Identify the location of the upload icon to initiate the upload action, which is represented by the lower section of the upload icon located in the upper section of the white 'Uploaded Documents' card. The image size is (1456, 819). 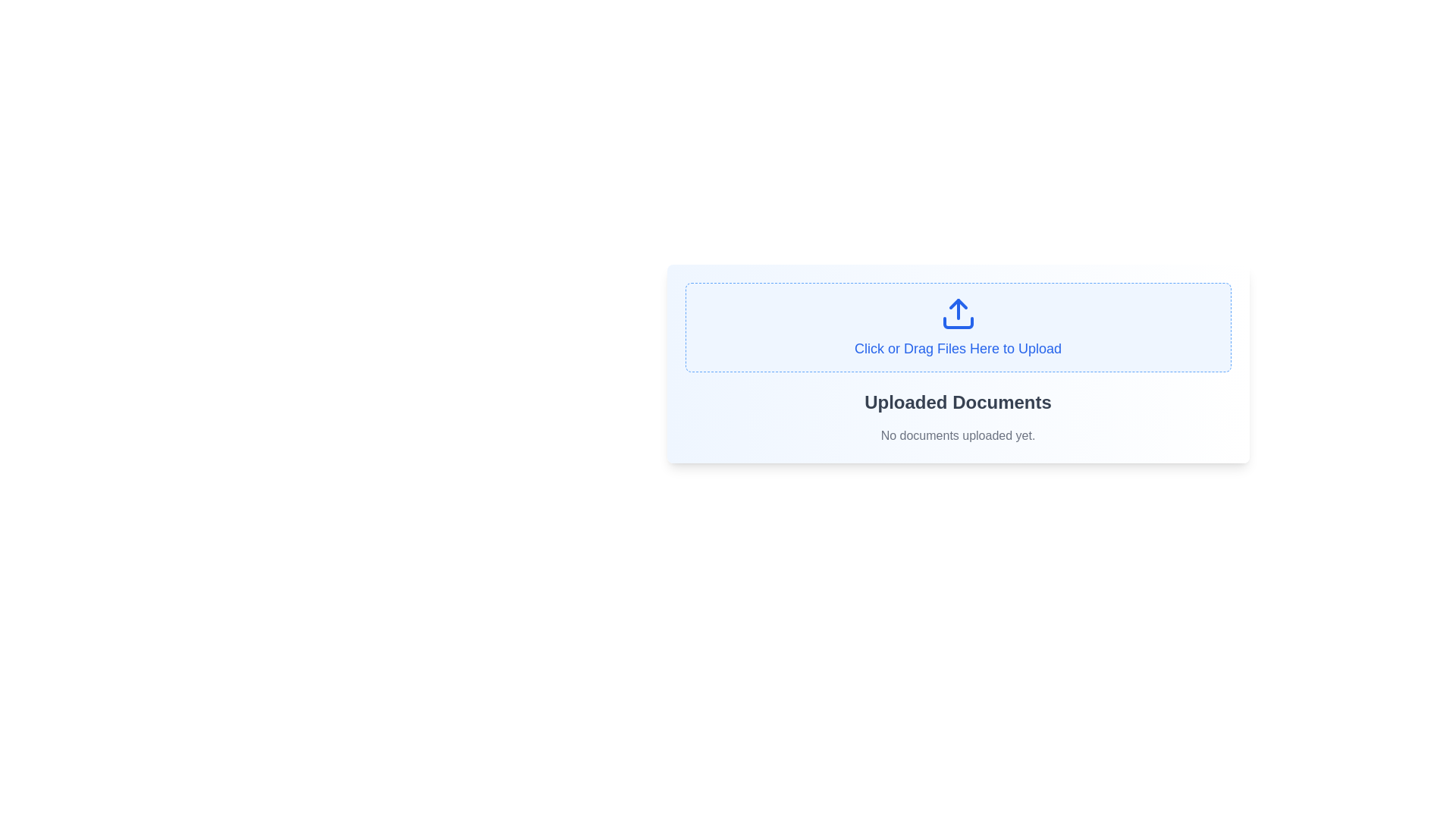
(957, 322).